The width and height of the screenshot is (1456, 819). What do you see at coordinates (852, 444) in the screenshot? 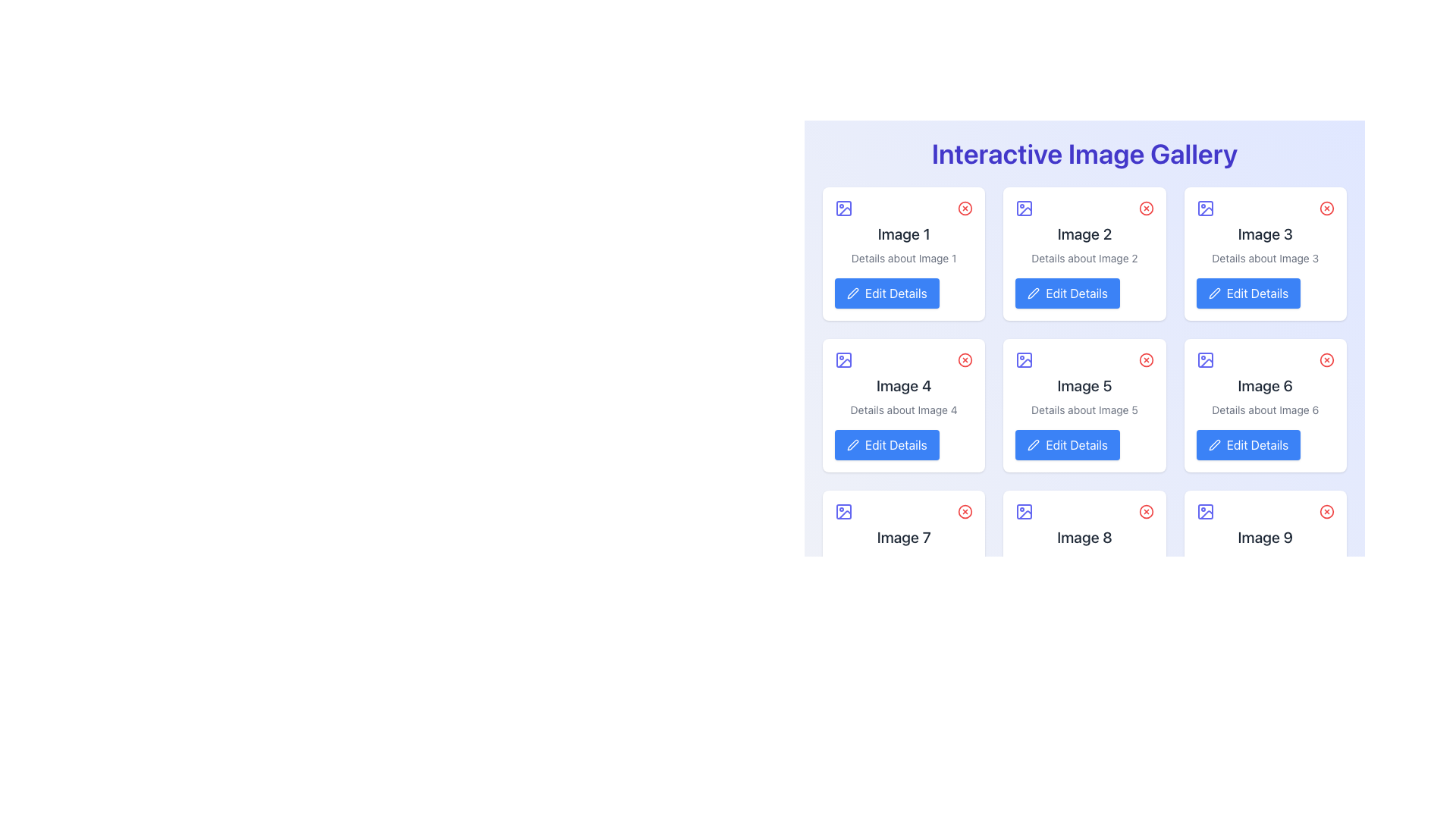
I see `the pen-shaped icon located inside the blue 'Edit Details' button for 'Image 4' in the second row, first column of the grid layout` at bounding box center [852, 444].